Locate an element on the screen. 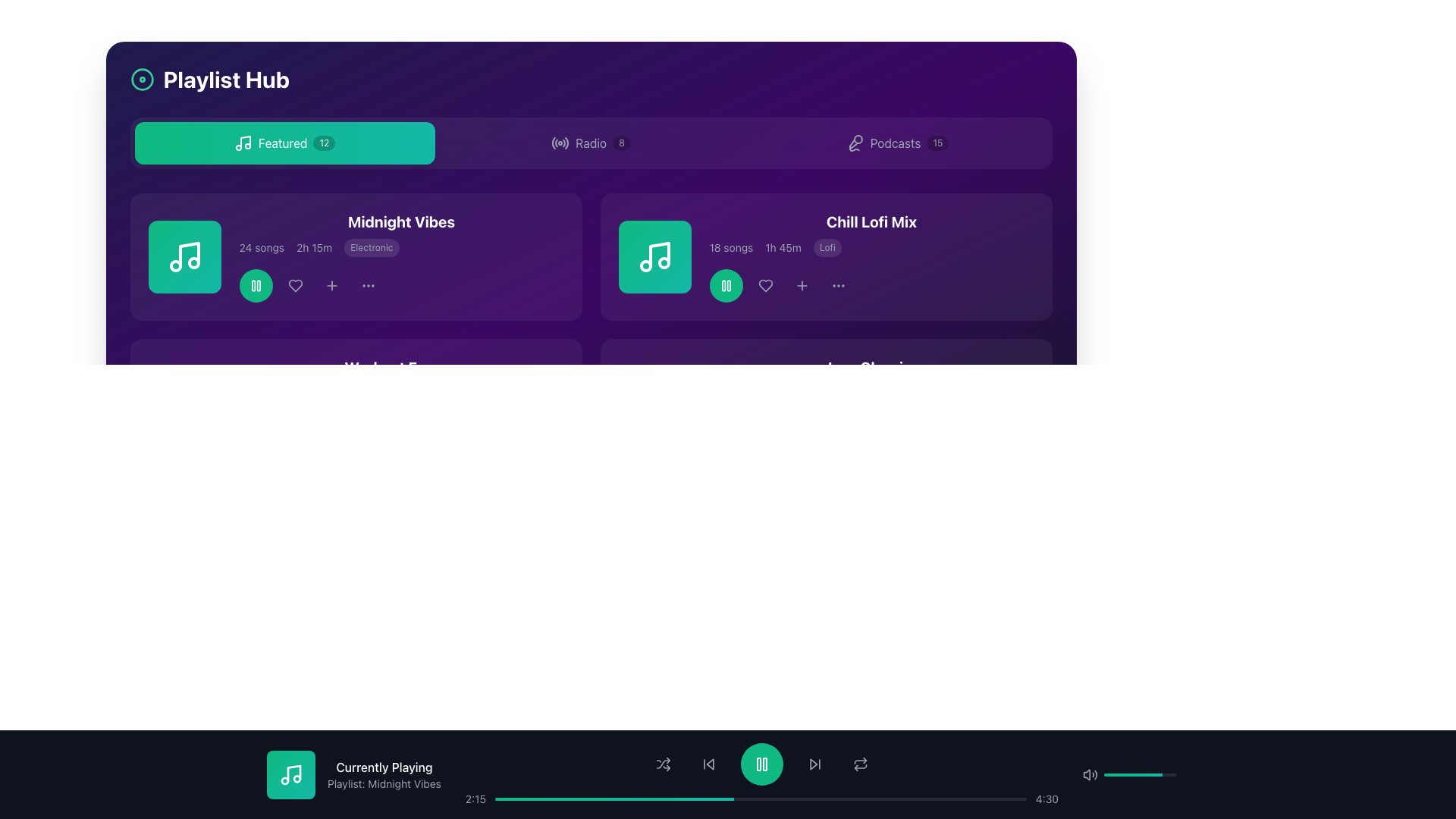 This screenshot has height=819, width=1456. the pill-shaped text label displaying 'Lofi' located in the playlist details section below the title 'Chill Lofi Mix' is located at coordinates (827, 247).